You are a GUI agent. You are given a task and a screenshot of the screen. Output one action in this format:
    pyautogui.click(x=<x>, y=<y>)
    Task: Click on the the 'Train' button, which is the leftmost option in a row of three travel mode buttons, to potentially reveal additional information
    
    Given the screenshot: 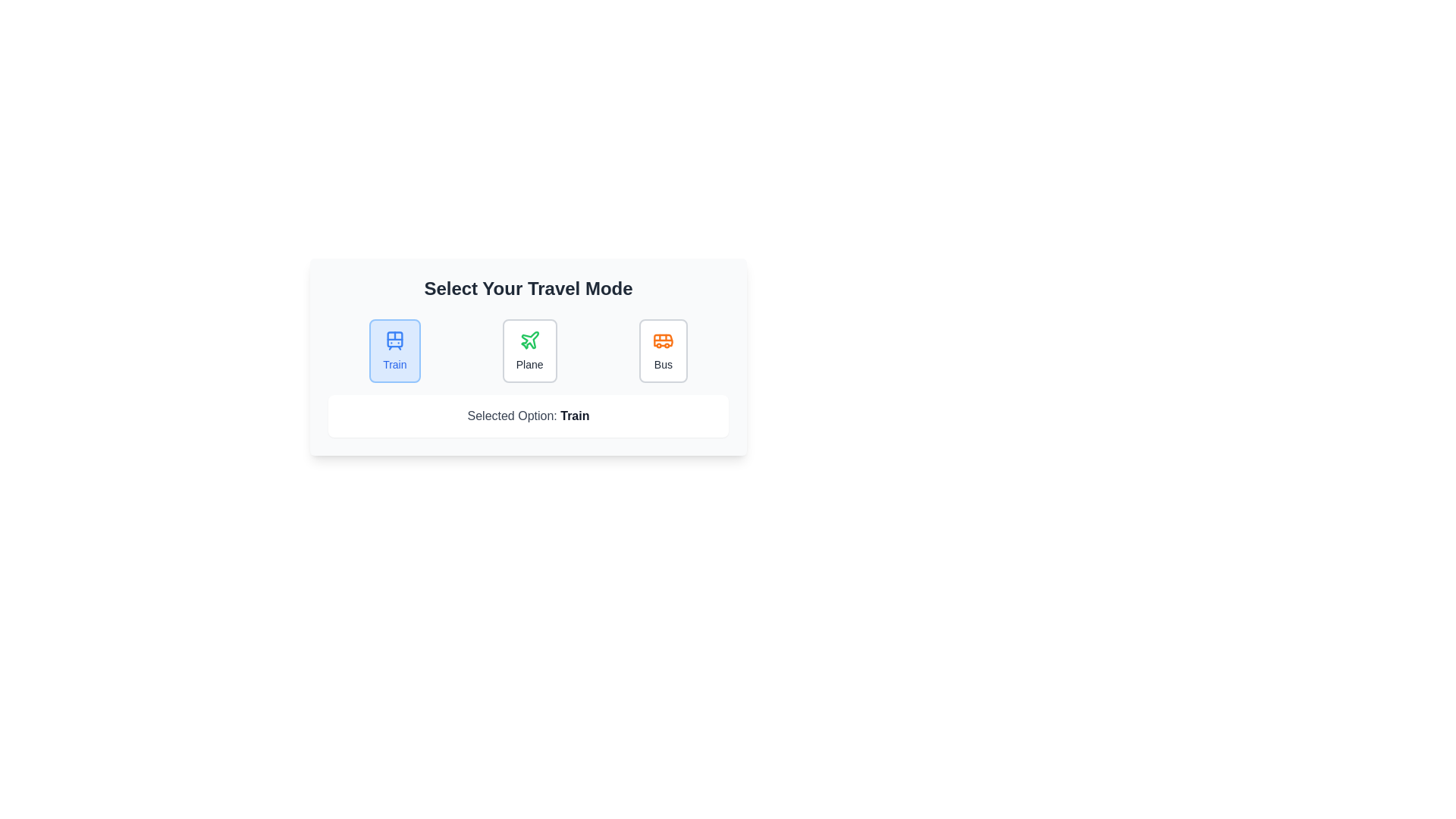 What is the action you would take?
    pyautogui.click(x=394, y=350)
    